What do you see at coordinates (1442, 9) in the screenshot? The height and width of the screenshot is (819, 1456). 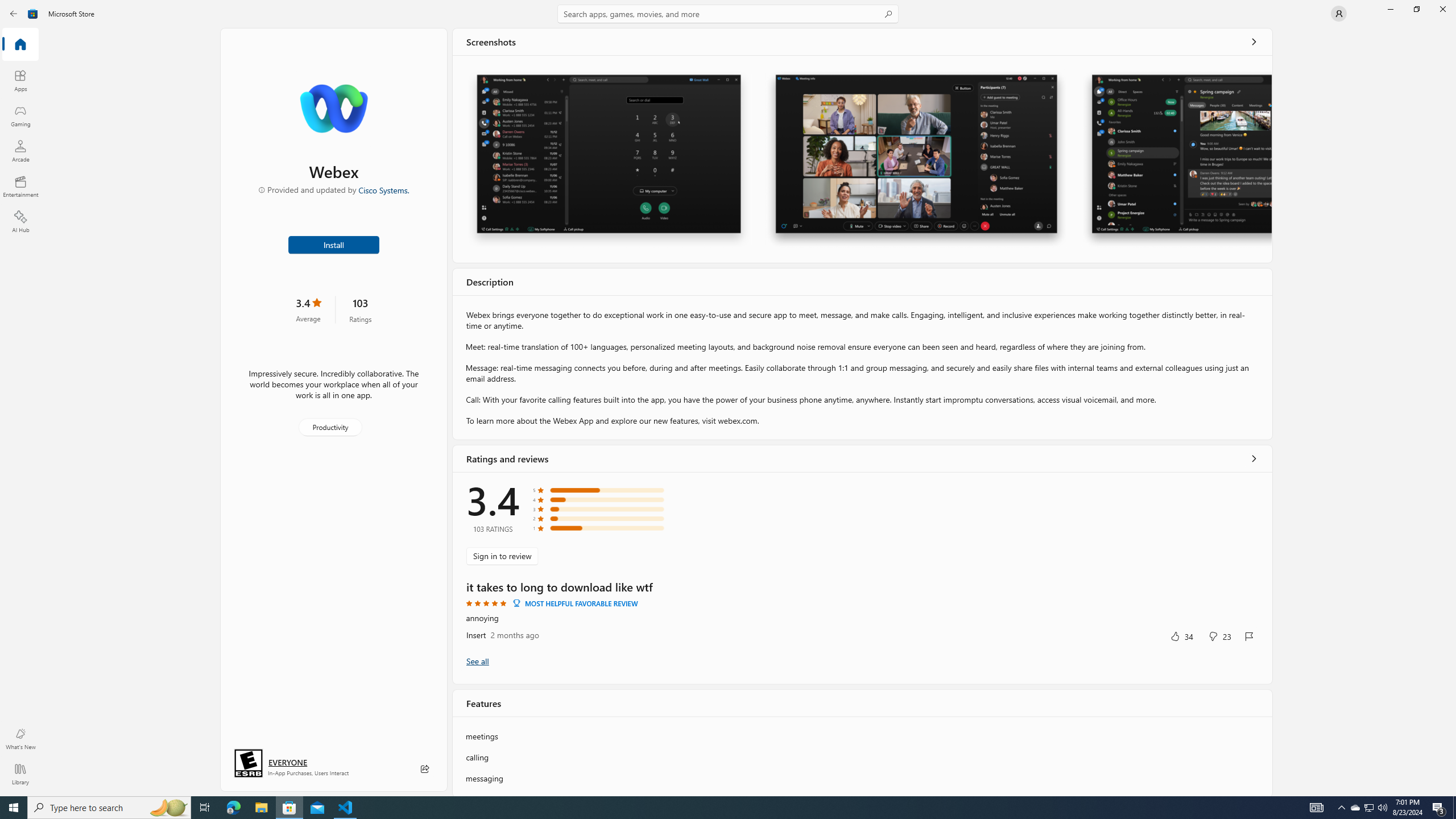 I see `'Close Microsoft Store'` at bounding box center [1442, 9].